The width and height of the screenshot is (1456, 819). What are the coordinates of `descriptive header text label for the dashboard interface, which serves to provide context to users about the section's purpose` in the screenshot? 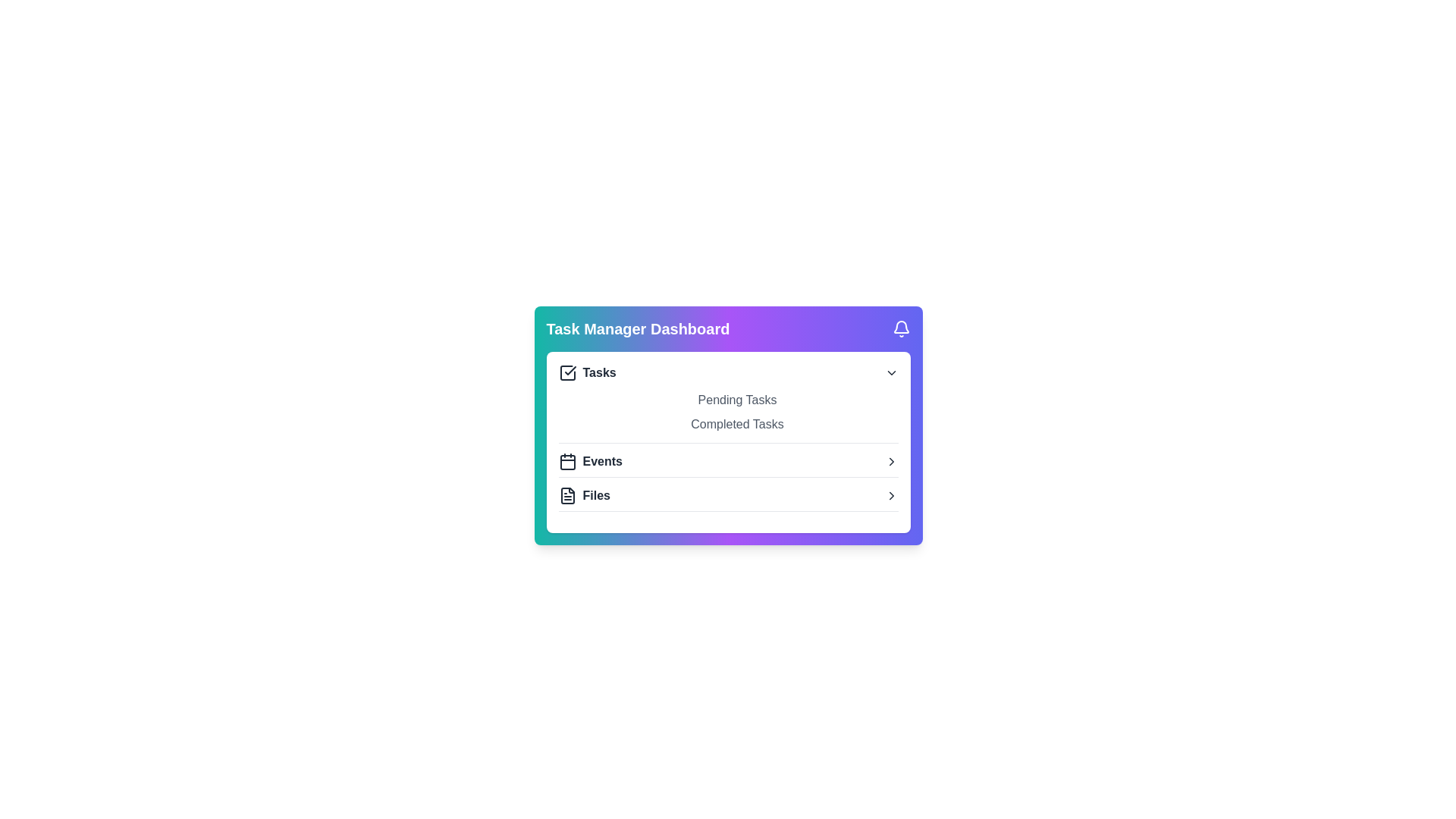 It's located at (638, 328).